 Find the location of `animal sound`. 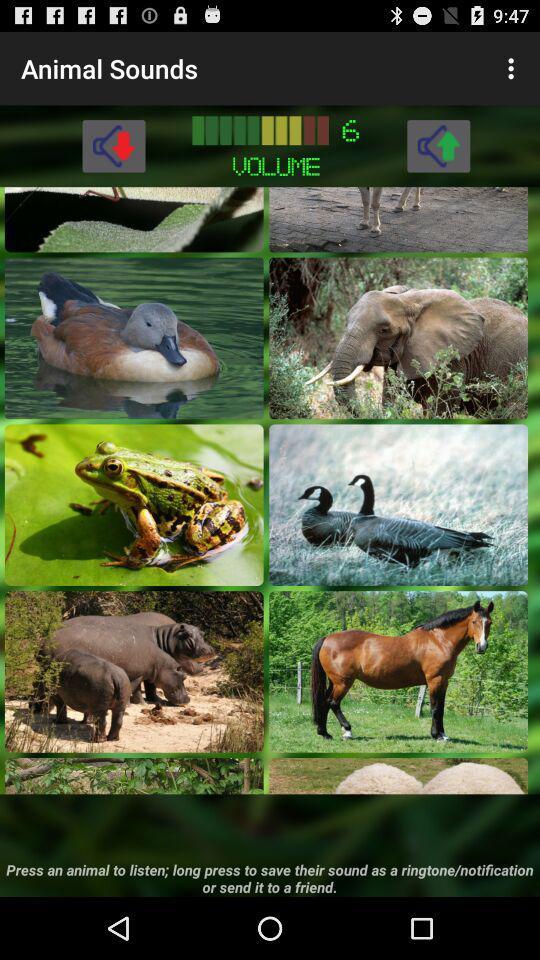

animal sound is located at coordinates (398, 671).